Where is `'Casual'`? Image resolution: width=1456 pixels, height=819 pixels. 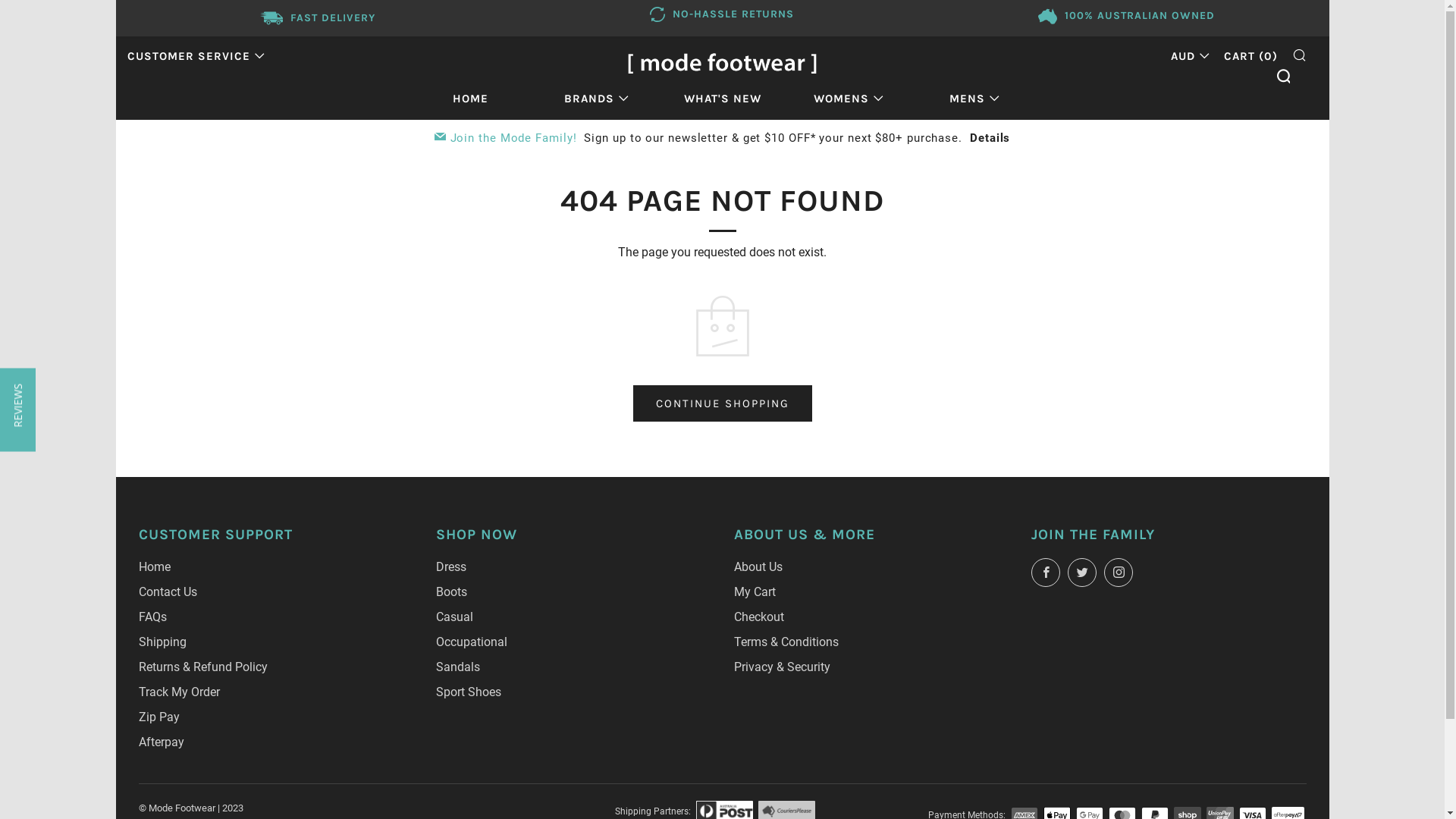 'Casual' is located at coordinates (453, 617).